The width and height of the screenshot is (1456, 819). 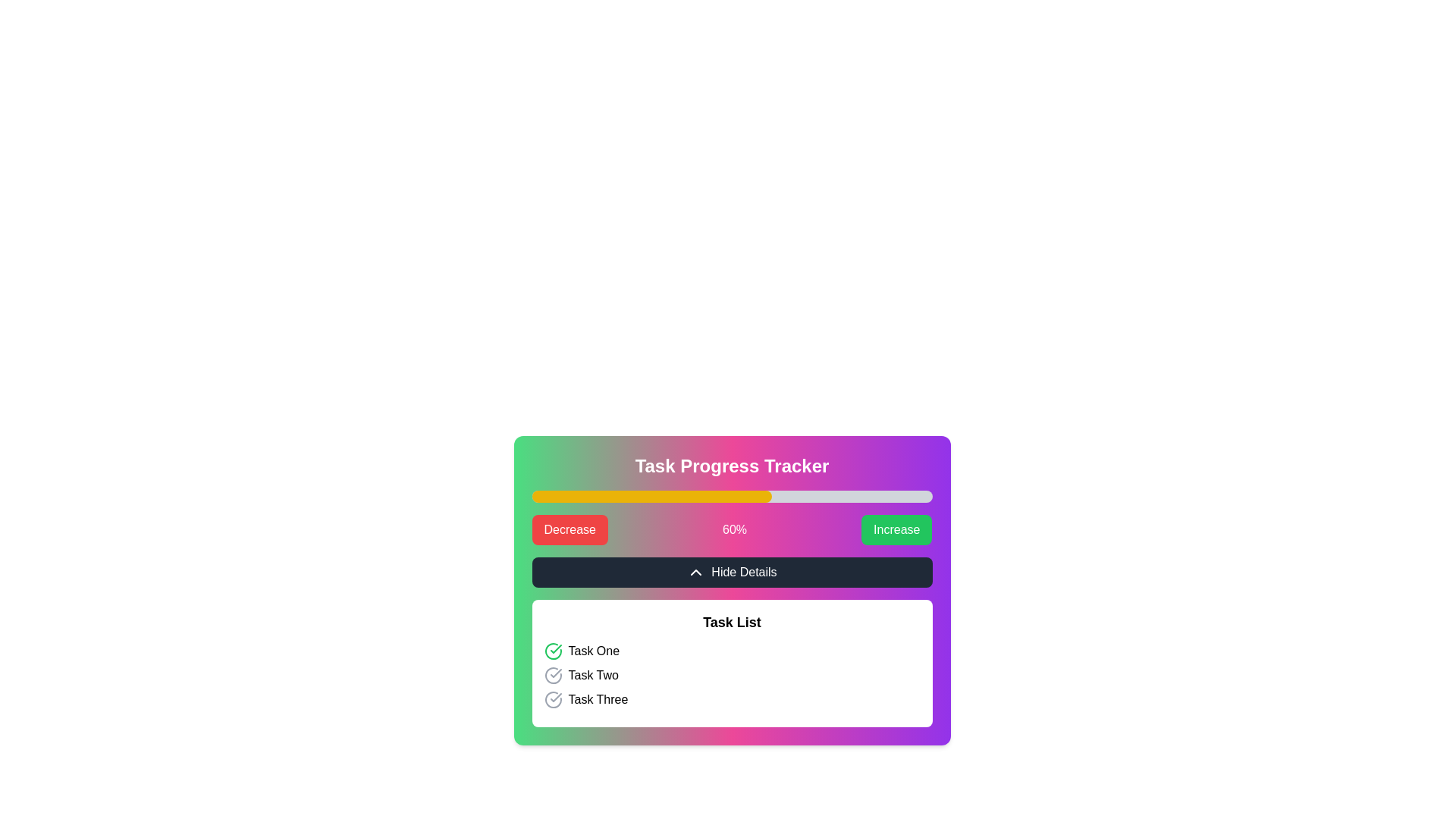 I want to click on the Icon indicator associated with 'Task Three' in the 'Task List' to change its state from incomplete or pending, so click(x=552, y=699).